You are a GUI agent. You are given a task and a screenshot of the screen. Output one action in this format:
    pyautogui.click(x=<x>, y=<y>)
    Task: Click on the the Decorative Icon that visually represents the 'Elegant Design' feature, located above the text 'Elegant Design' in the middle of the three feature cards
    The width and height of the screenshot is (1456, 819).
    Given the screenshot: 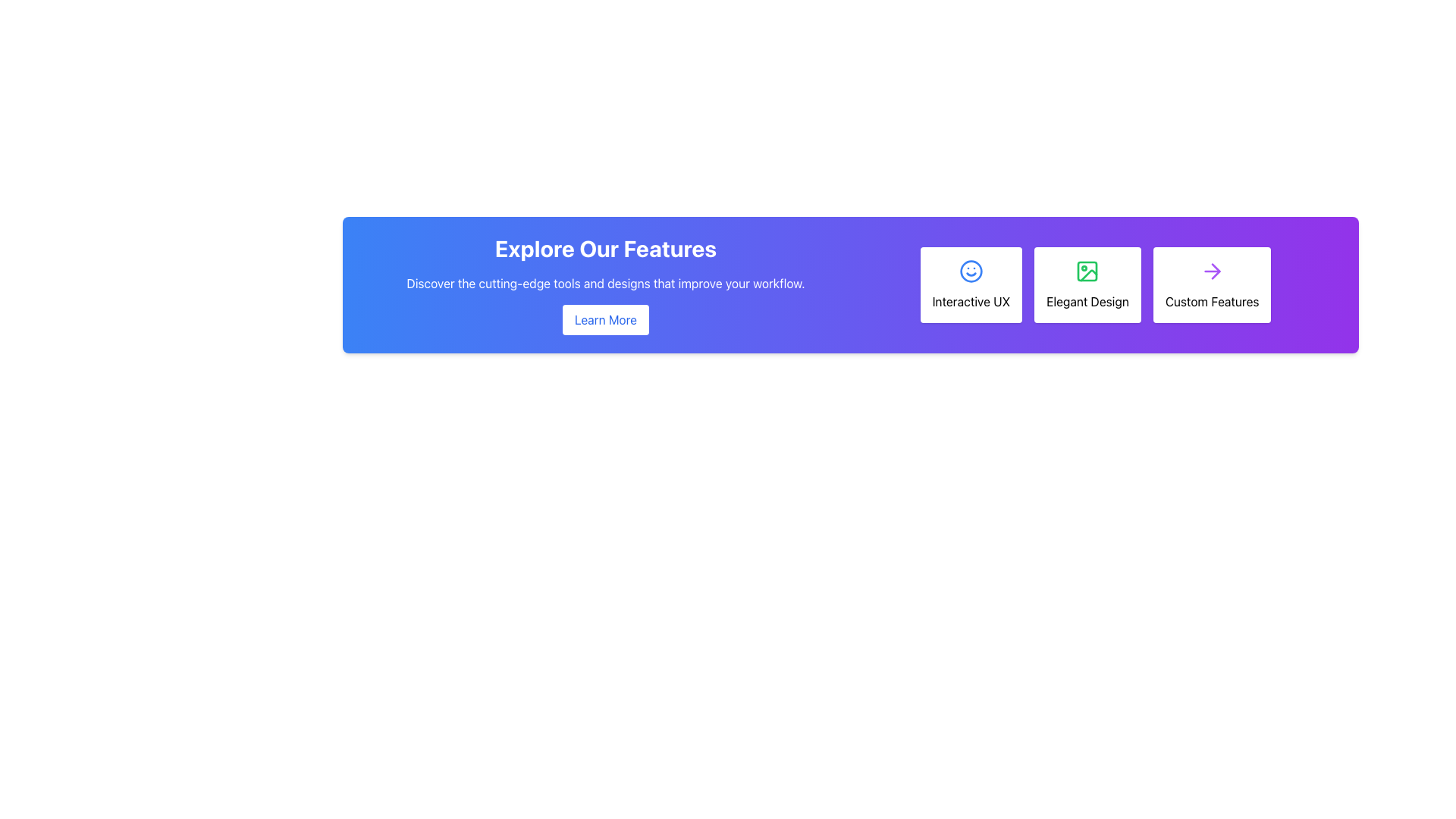 What is the action you would take?
    pyautogui.click(x=1087, y=271)
    